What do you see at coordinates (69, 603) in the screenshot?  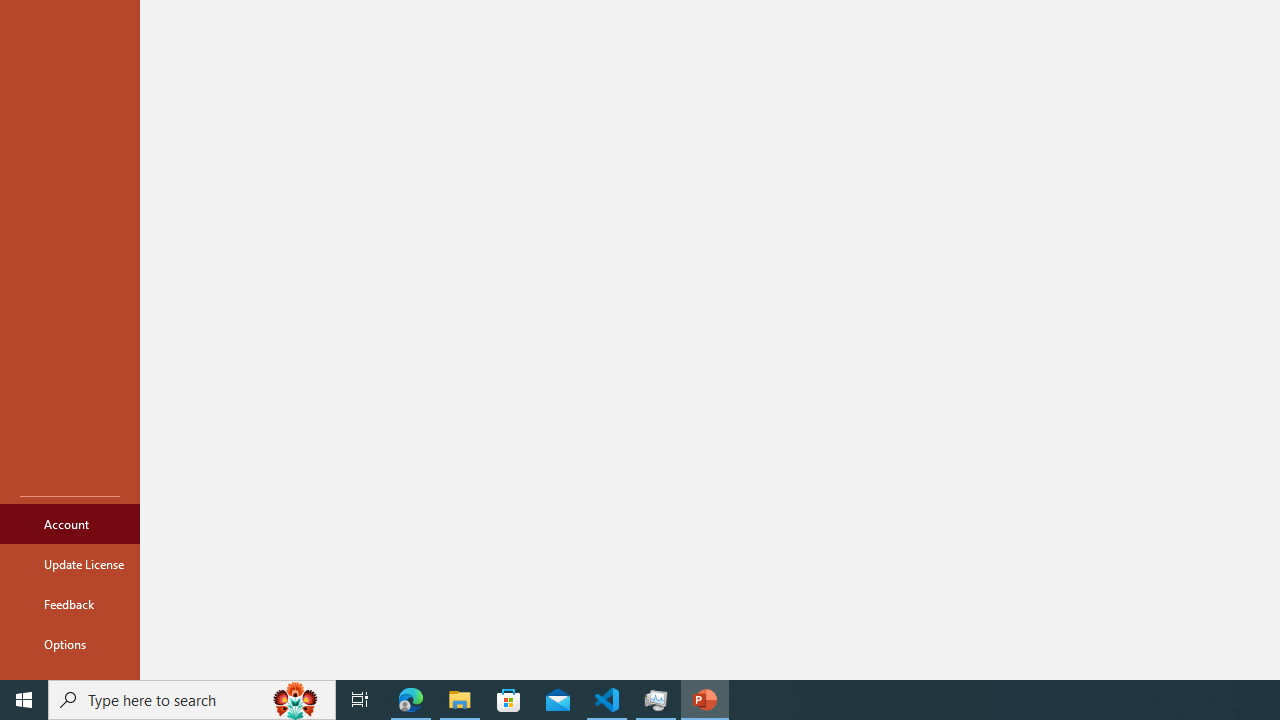 I see `'Feedback'` at bounding box center [69, 603].